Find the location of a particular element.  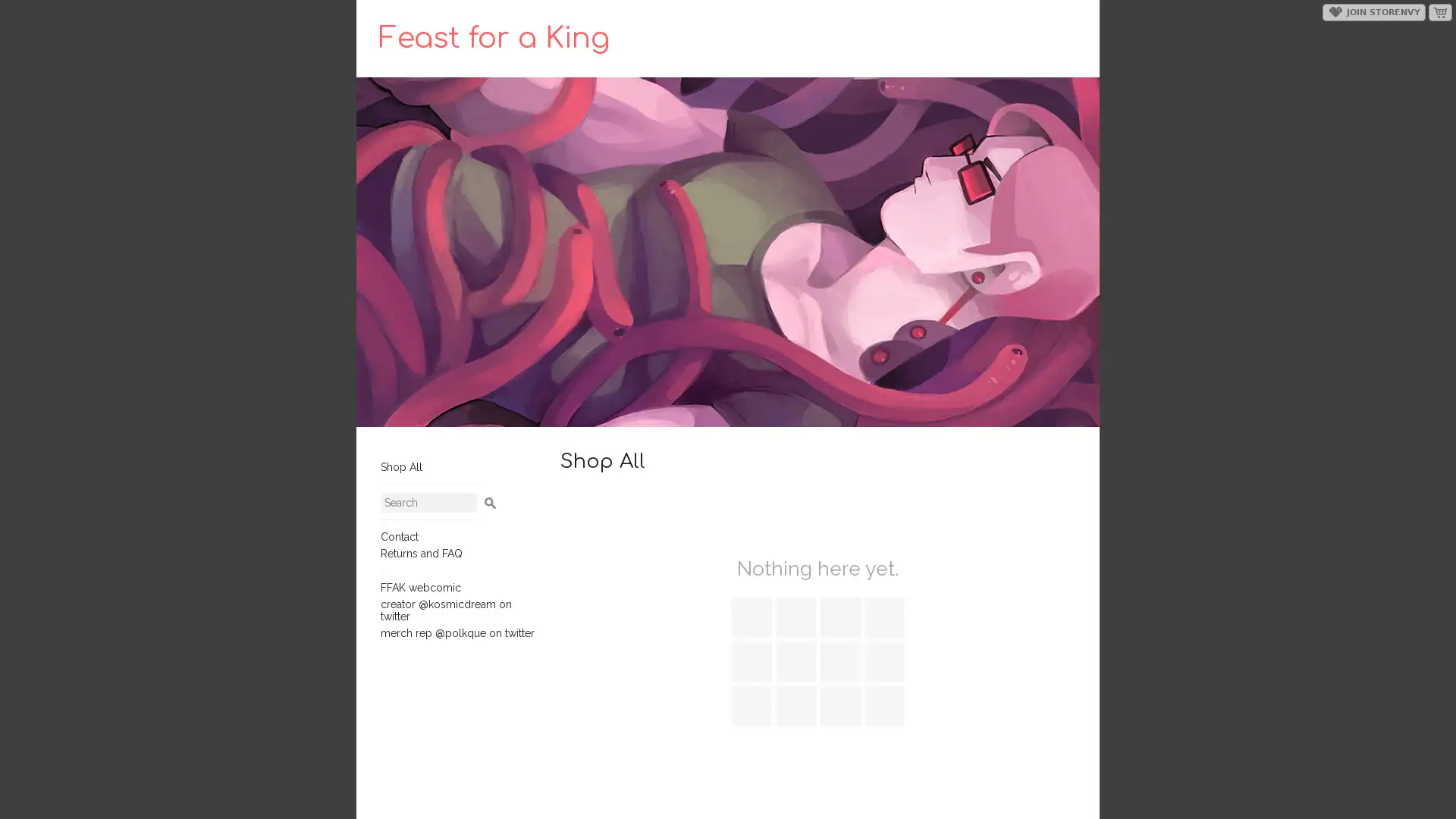

Search is located at coordinates (489, 500).